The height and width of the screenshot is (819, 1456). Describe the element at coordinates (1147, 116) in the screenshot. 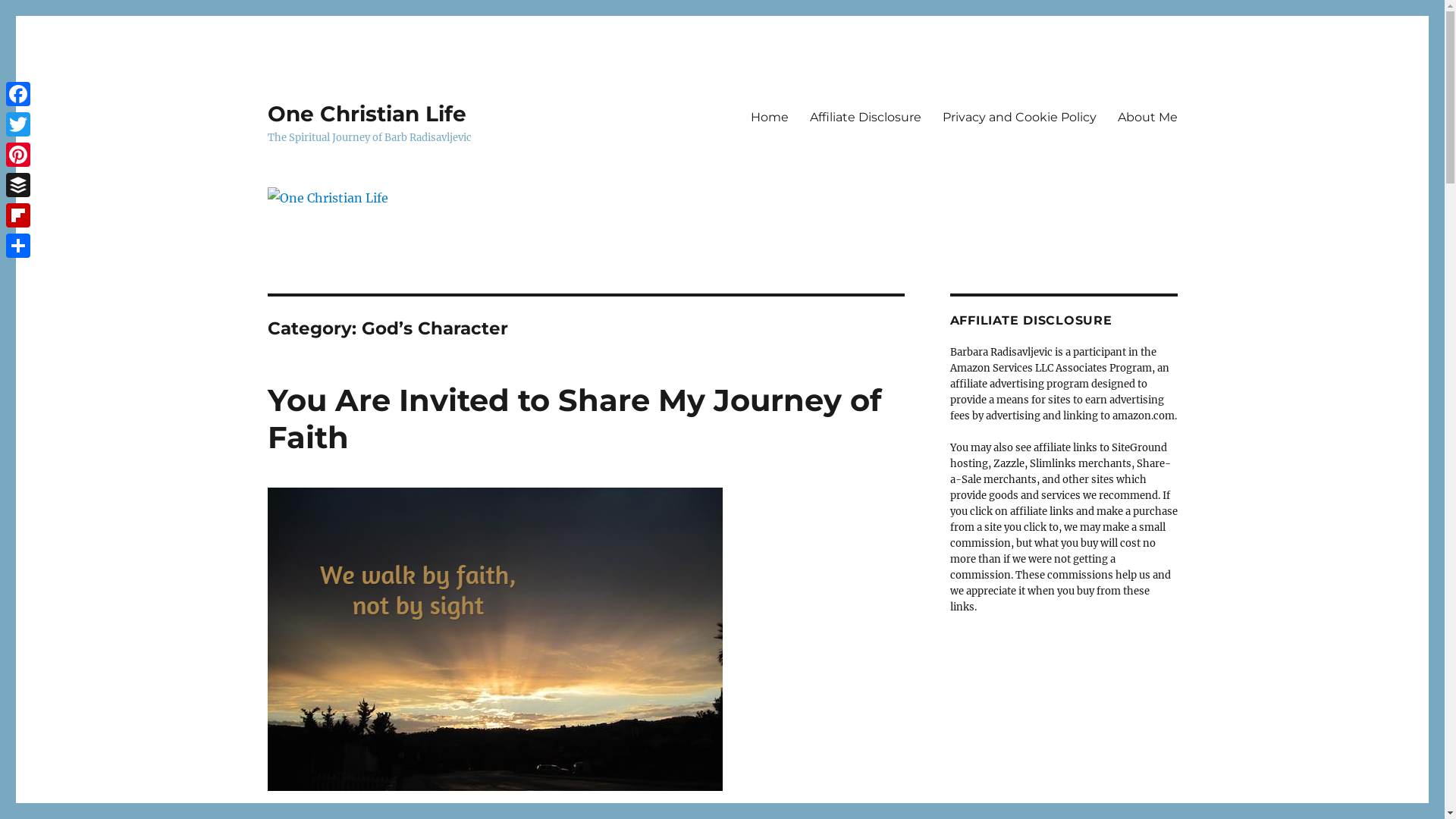

I see `'About Me'` at that location.